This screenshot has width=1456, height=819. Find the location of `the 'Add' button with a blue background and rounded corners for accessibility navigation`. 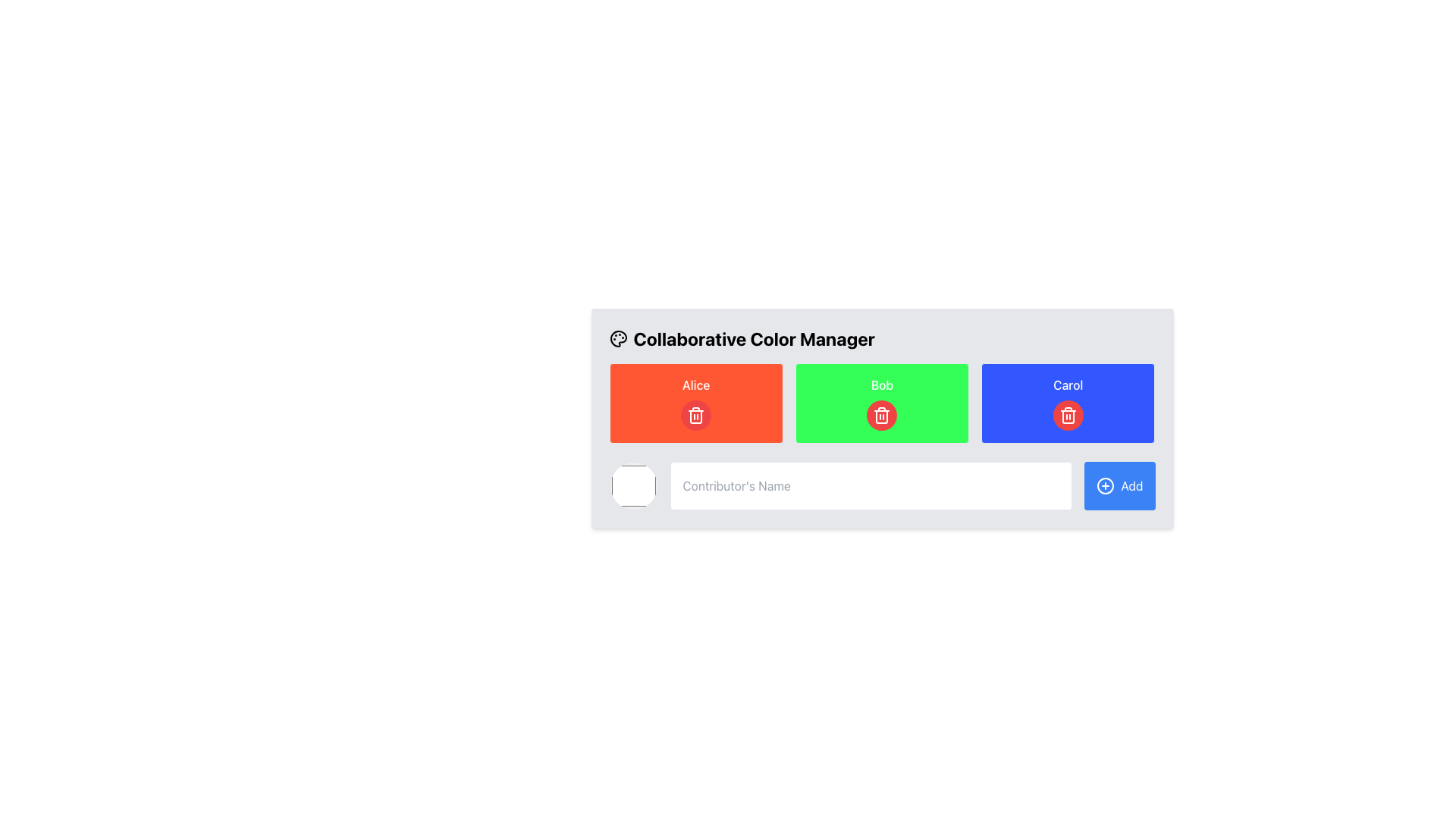

the 'Add' button with a blue background and rounded corners for accessibility navigation is located at coordinates (1120, 485).